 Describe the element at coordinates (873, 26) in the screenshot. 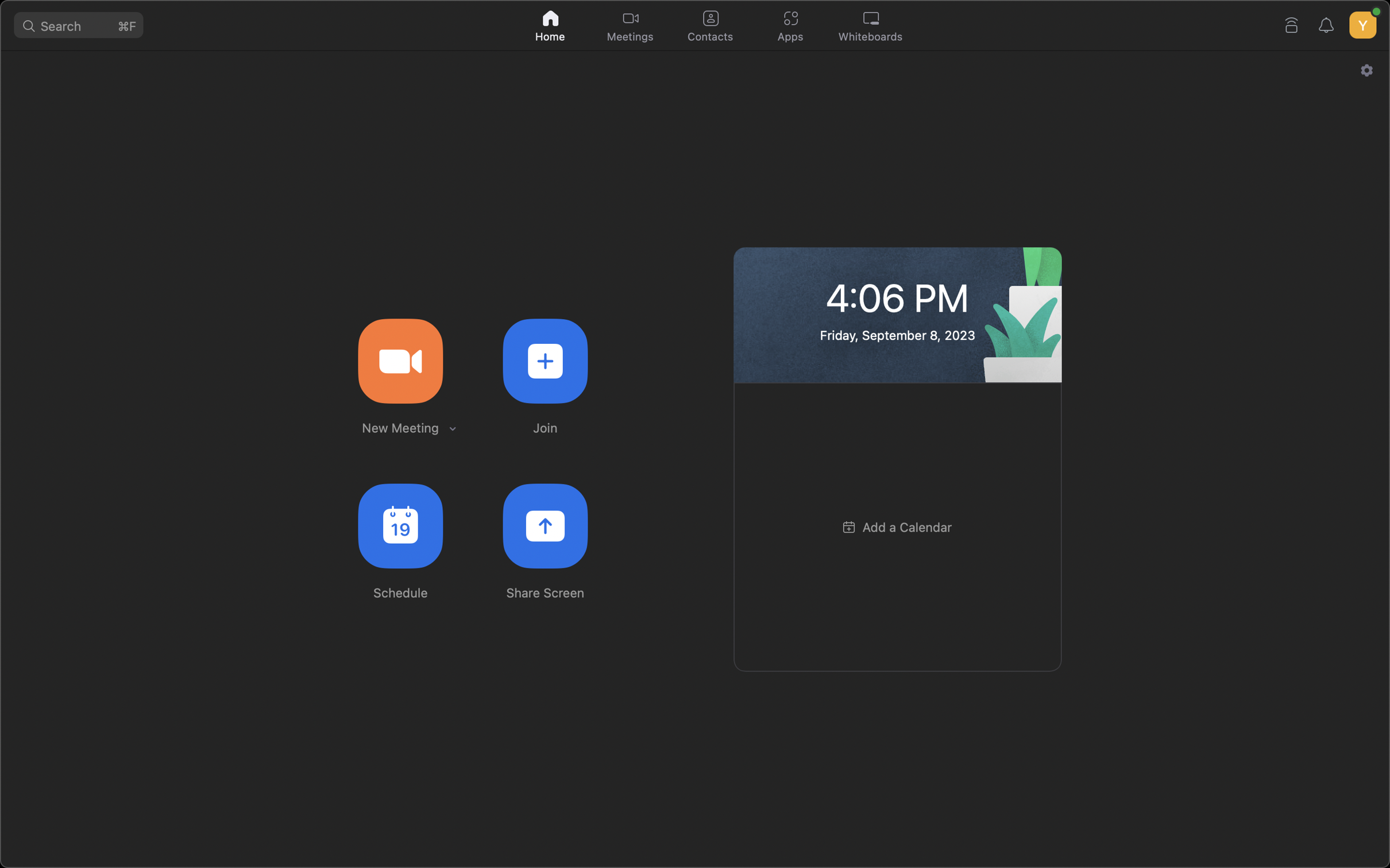

I see `Activate the whiteboard tools` at that location.